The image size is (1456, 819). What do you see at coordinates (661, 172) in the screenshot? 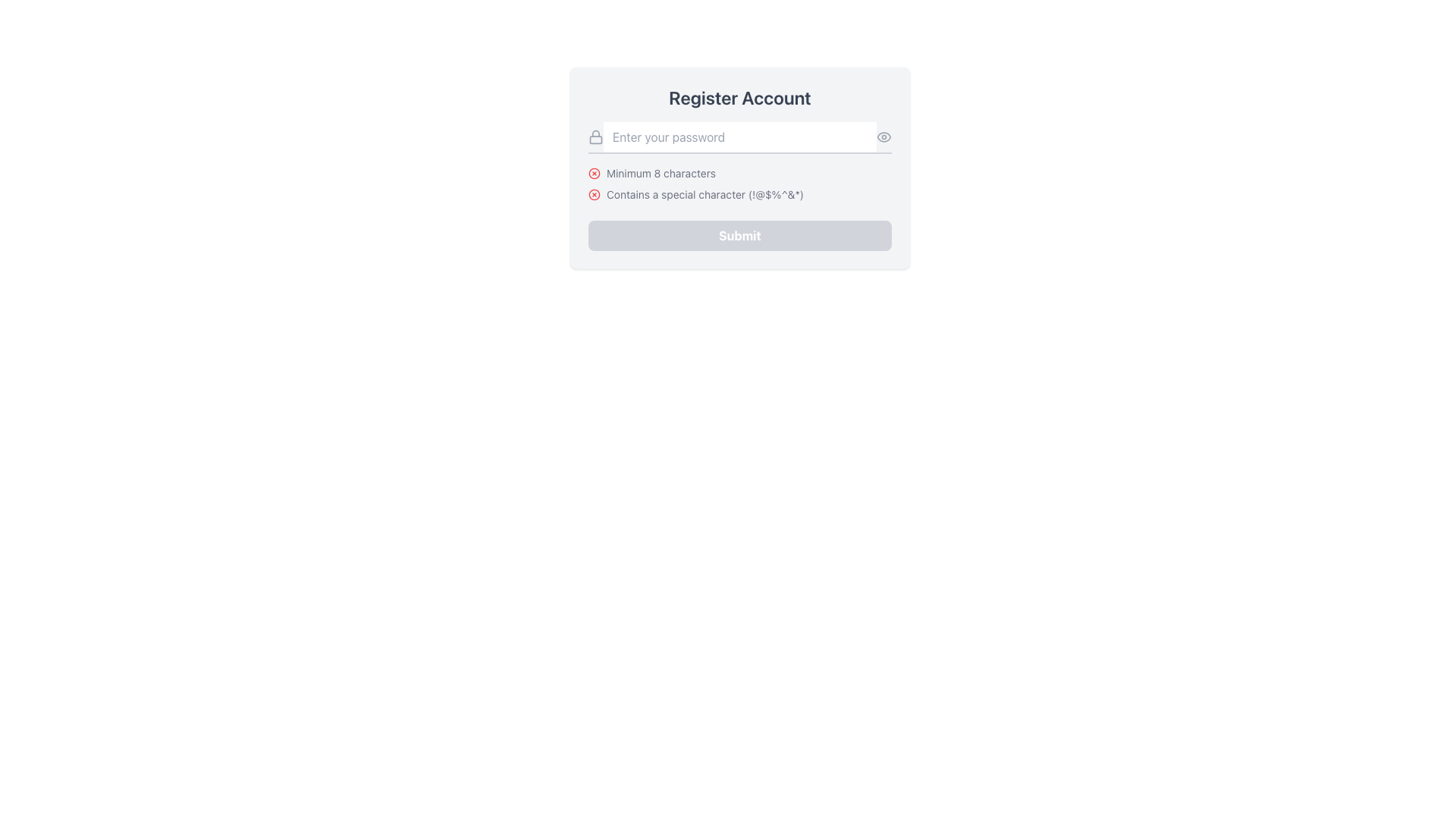
I see `the informative feedback text label indicating password requirements located below the password input field` at bounding box center [661, 172].